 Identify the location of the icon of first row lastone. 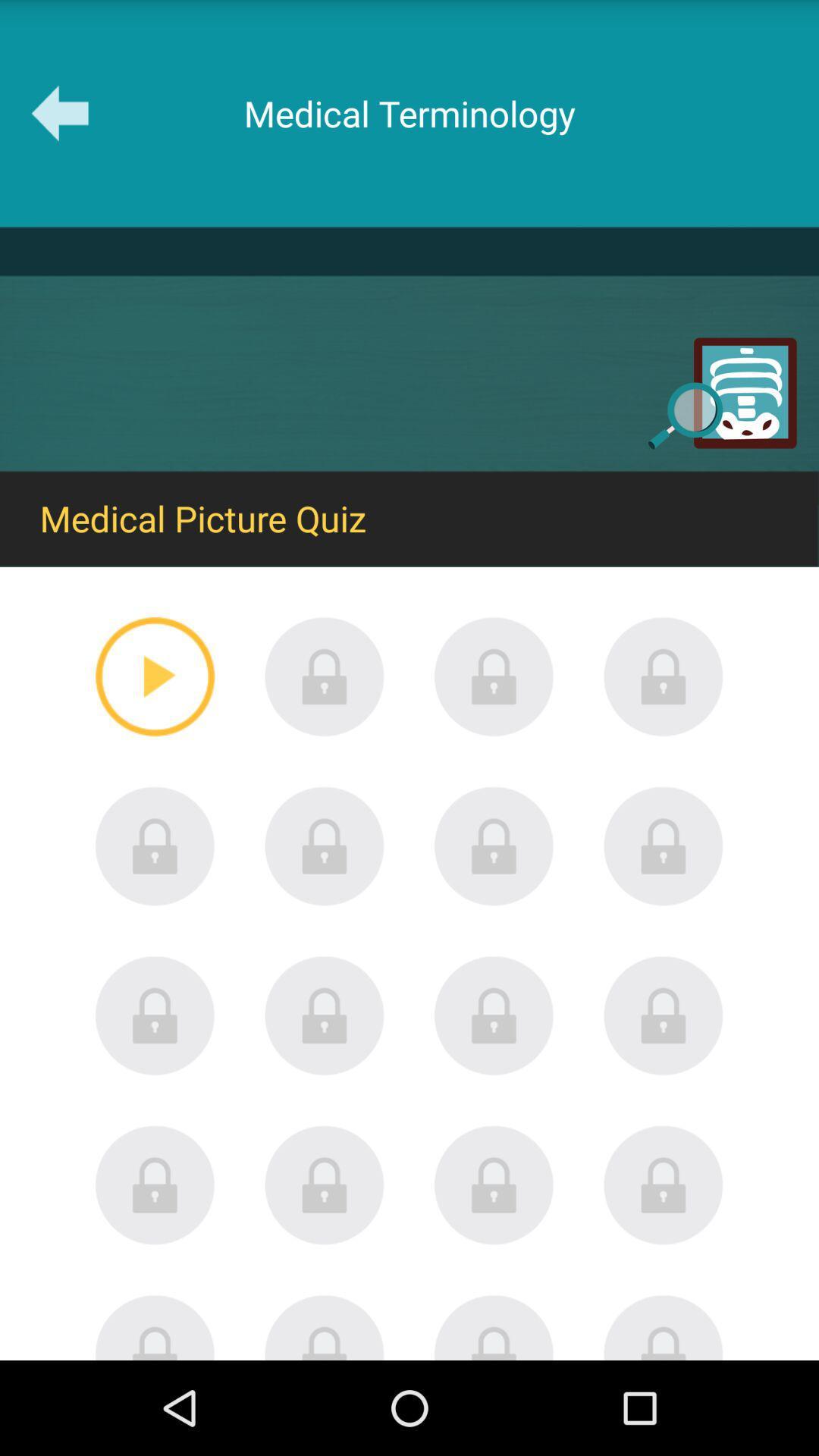
(663, 676).